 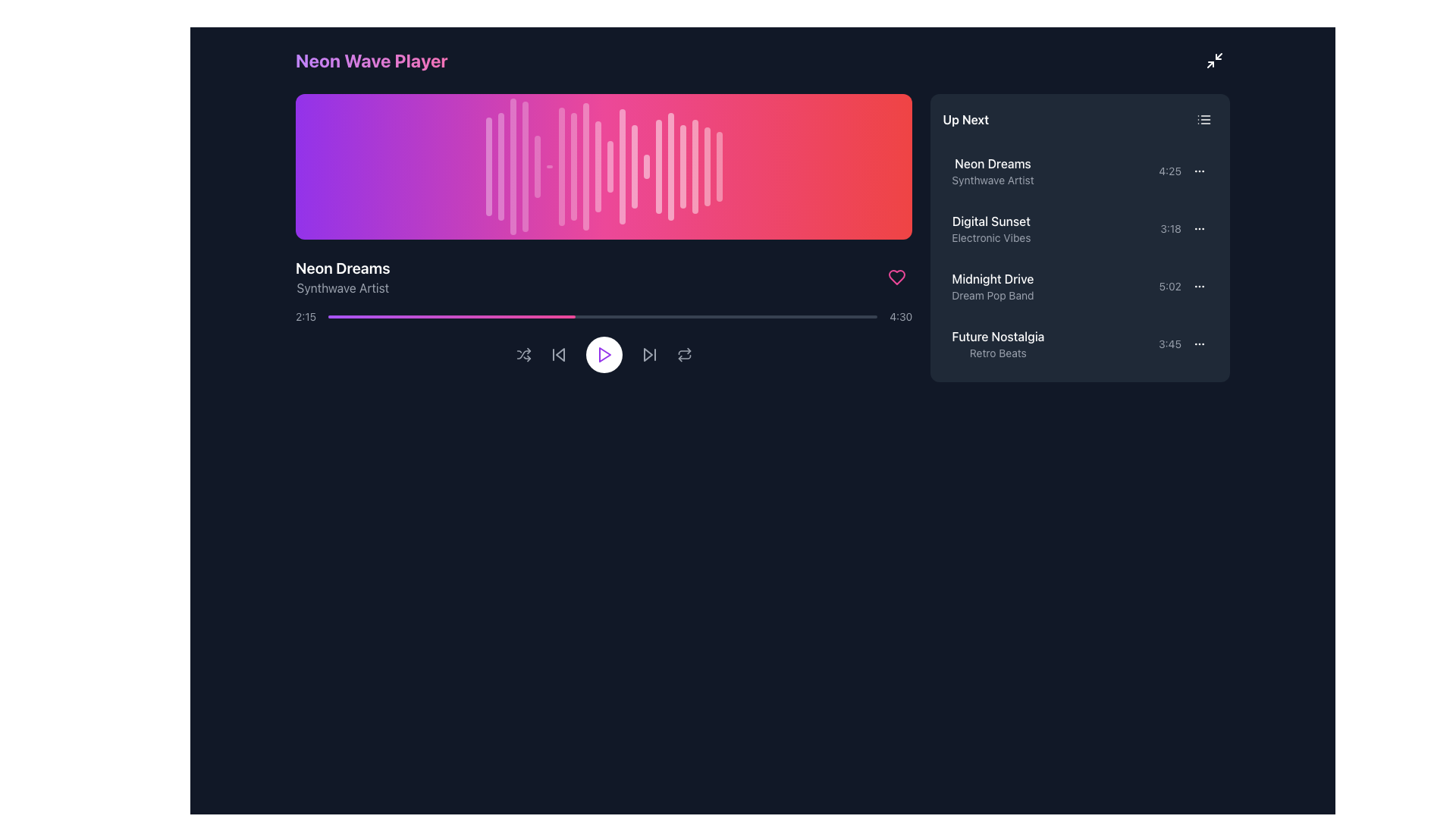 What do you see at coordinates (1198, 287) in the screenshot?
I see `the options menu icon button represented by three vertical dots located in the 'Up Next' section next to 'Midnight Drive'` at bounding box center [1198, 287].